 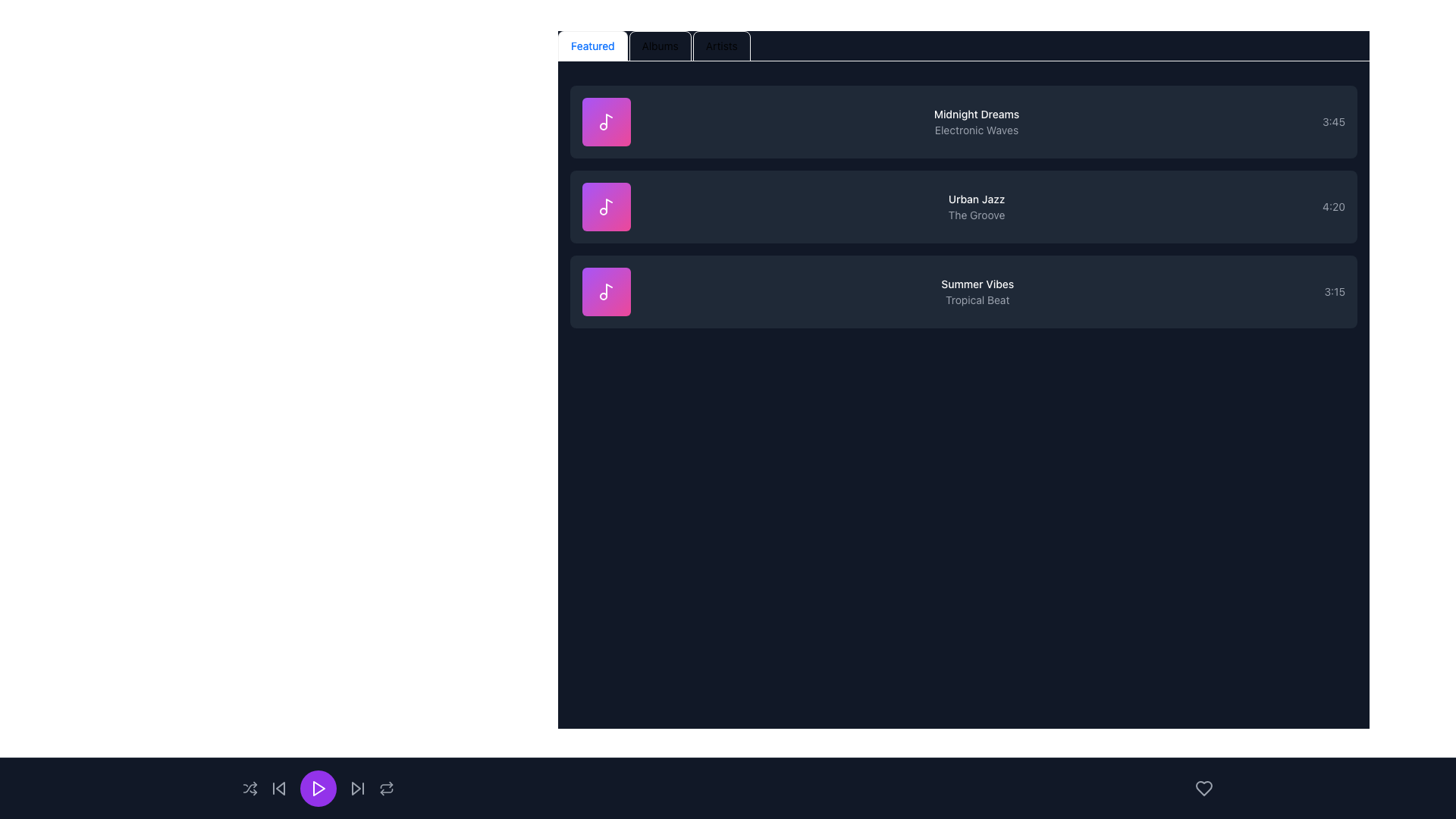 What do you see at coordinates (386, 788) in the screenshot?
I see `the repeat playback button located at the far-right end of the bottom control panel` at bounding box center [386, 788].